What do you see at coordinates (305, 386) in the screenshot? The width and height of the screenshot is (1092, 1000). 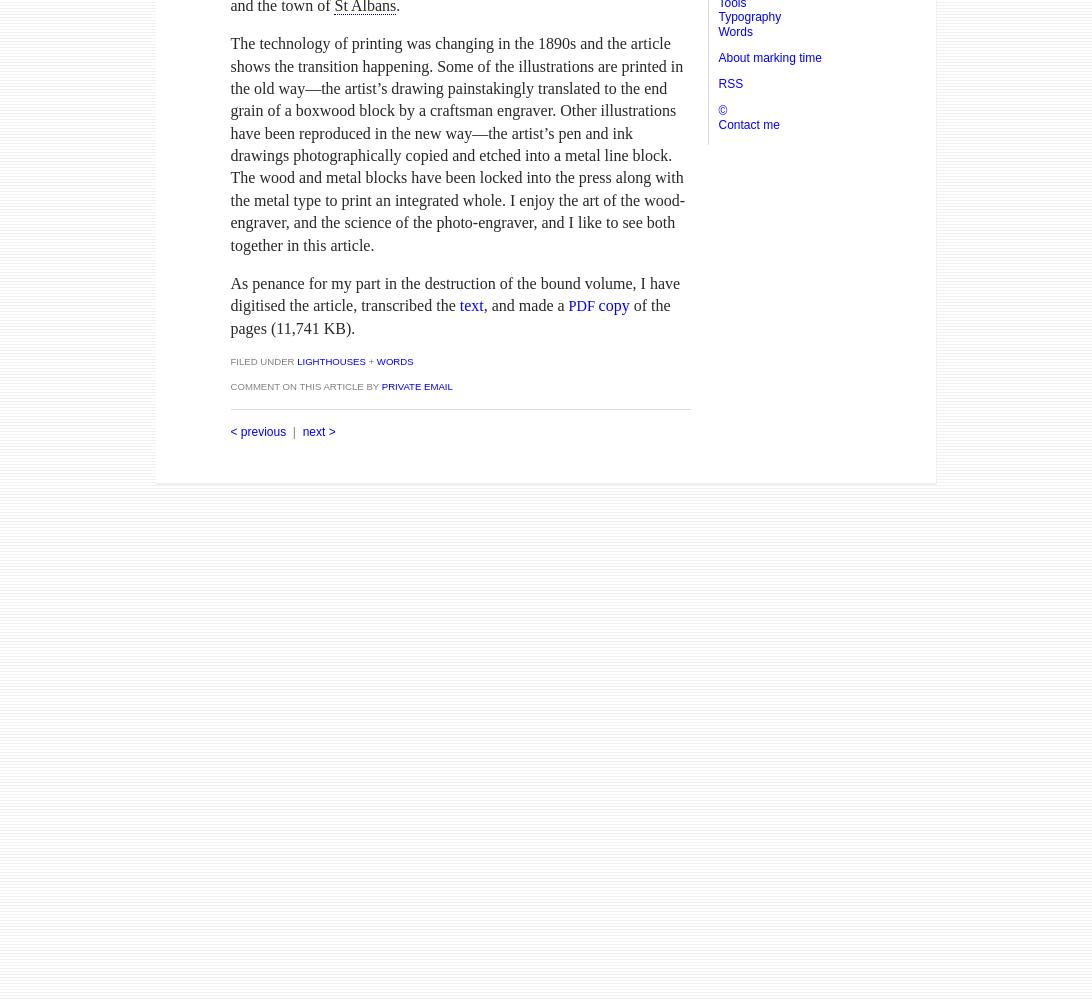 I see `'comment on this article by'` at bounding box center [305, 386].